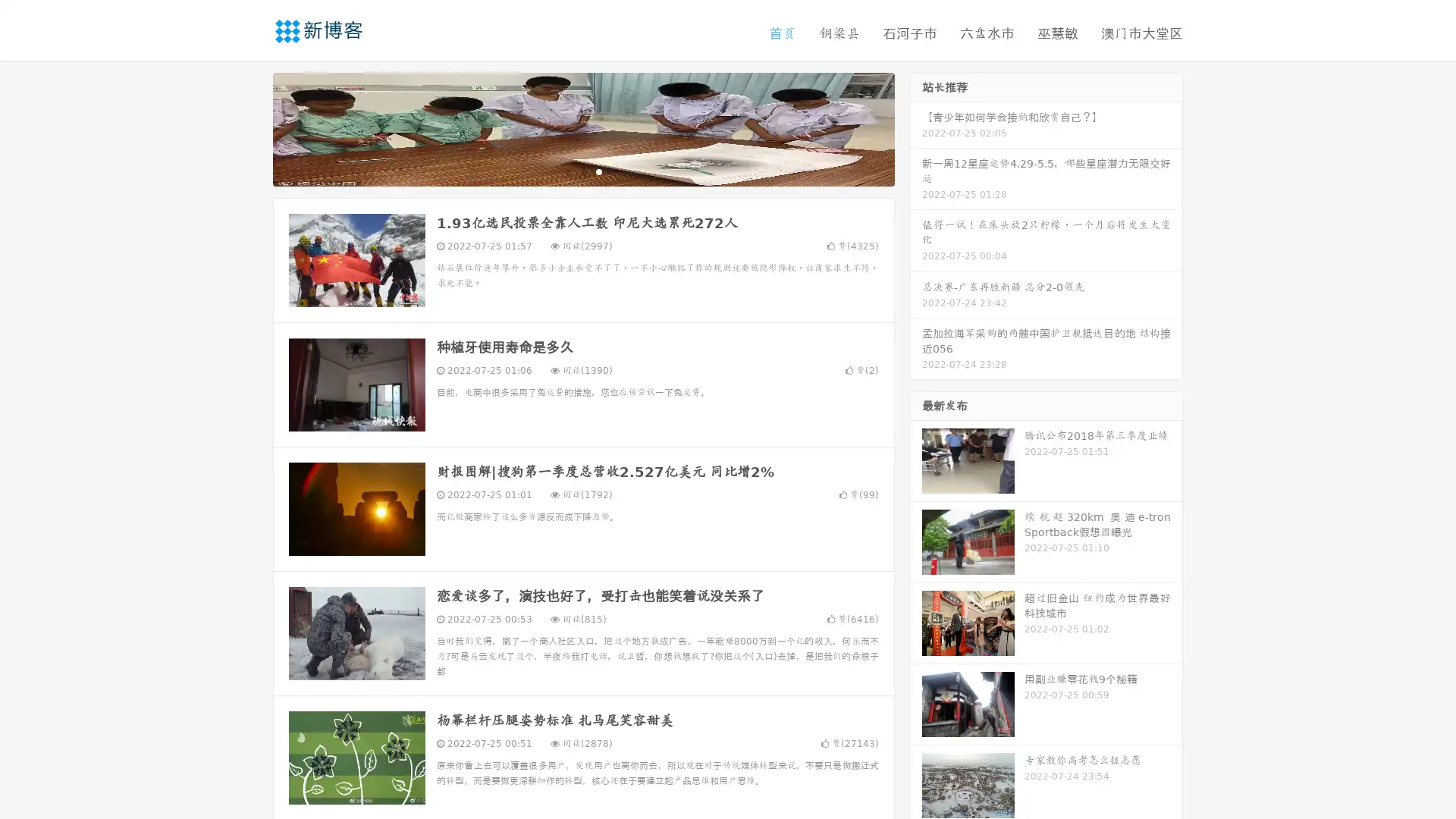 The width and height of the screenshot is (1456, 819). I want to click on Next slide, so click(916, 127).